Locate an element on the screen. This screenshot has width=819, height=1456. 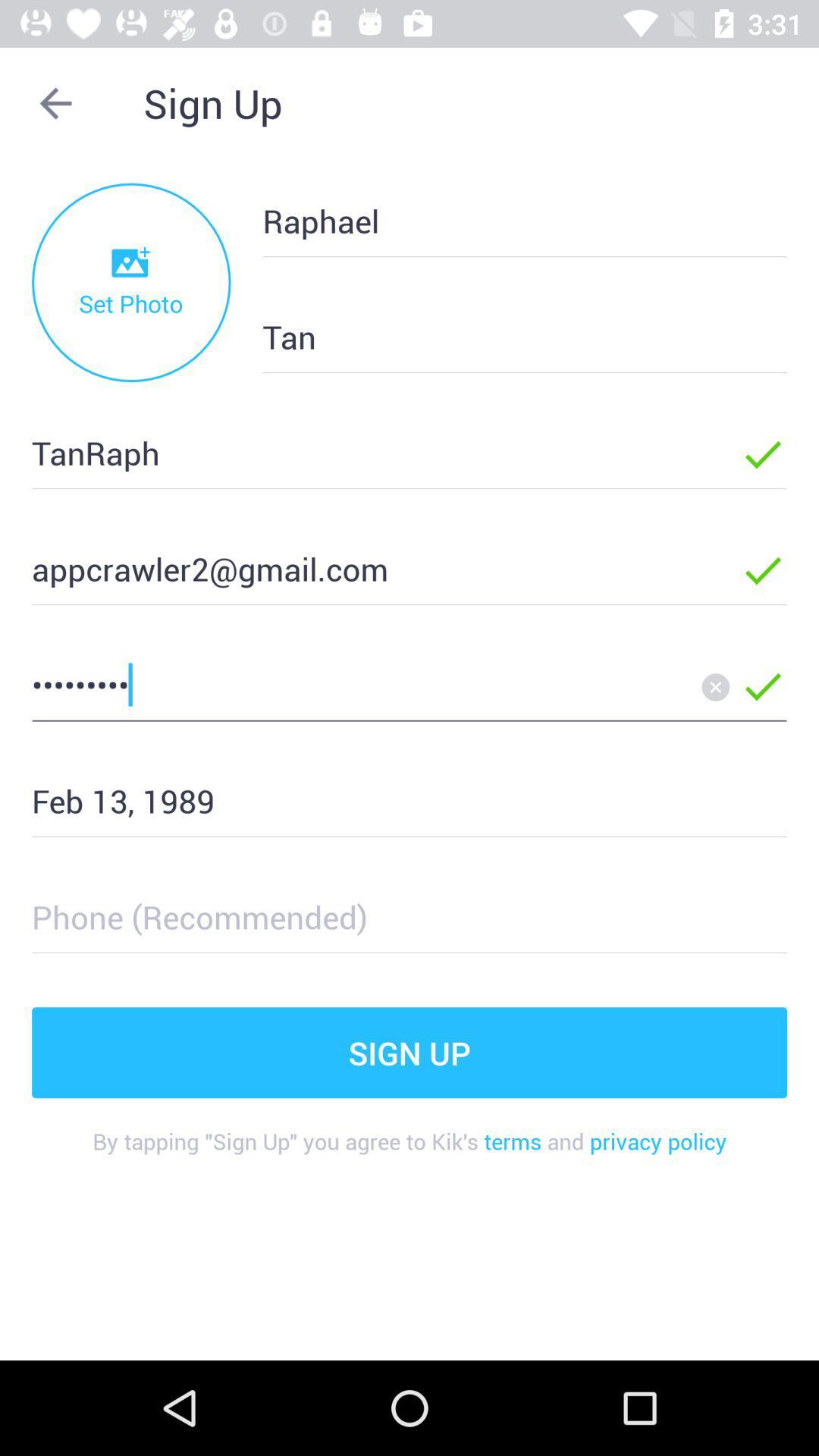
crowd3116 is located at coordinates (362, 683).